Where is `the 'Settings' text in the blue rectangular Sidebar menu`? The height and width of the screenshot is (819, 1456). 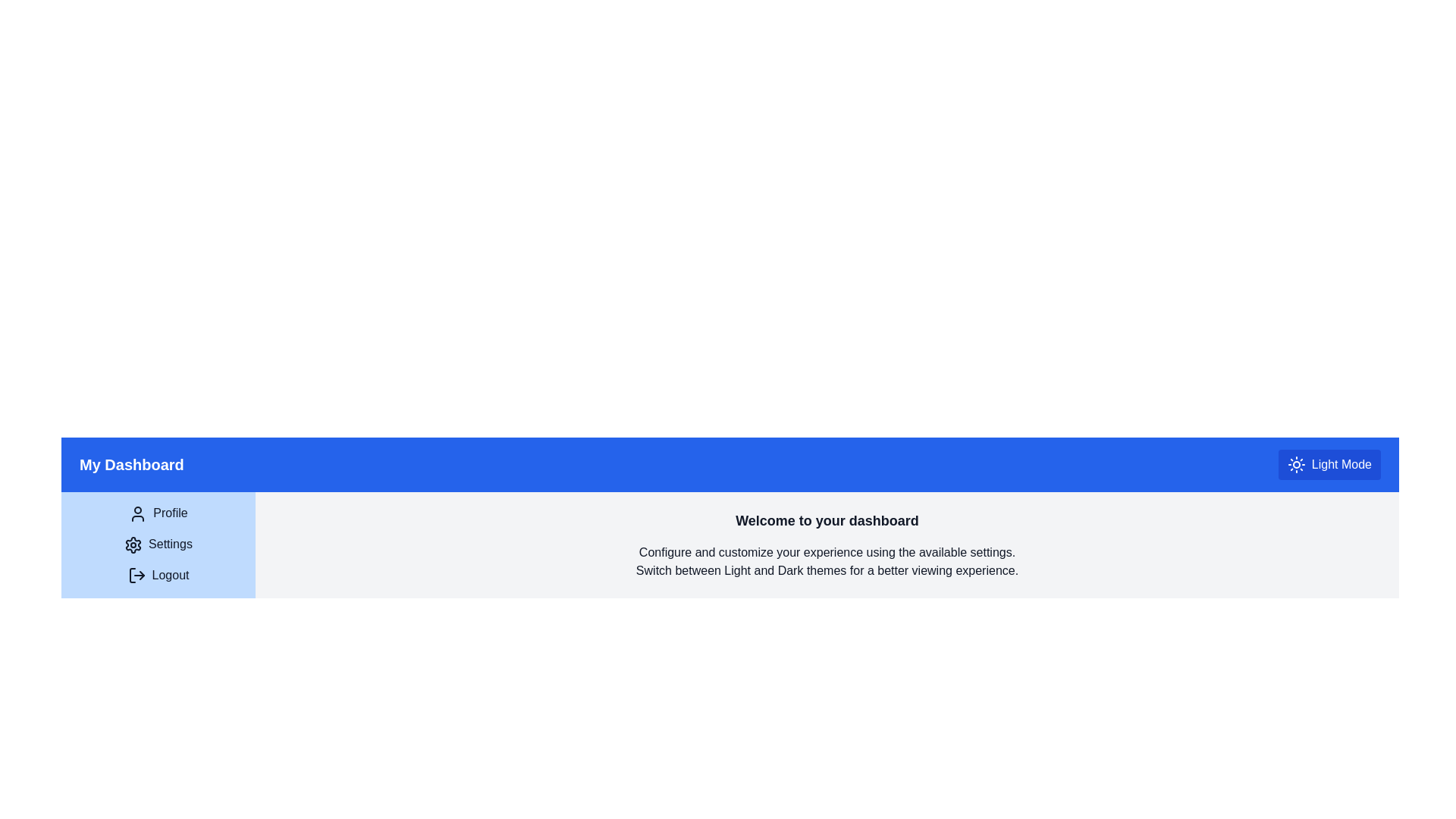 the 'Settings' text in the blue rectangular Sidebar menu is located at coordinates (158, 544).